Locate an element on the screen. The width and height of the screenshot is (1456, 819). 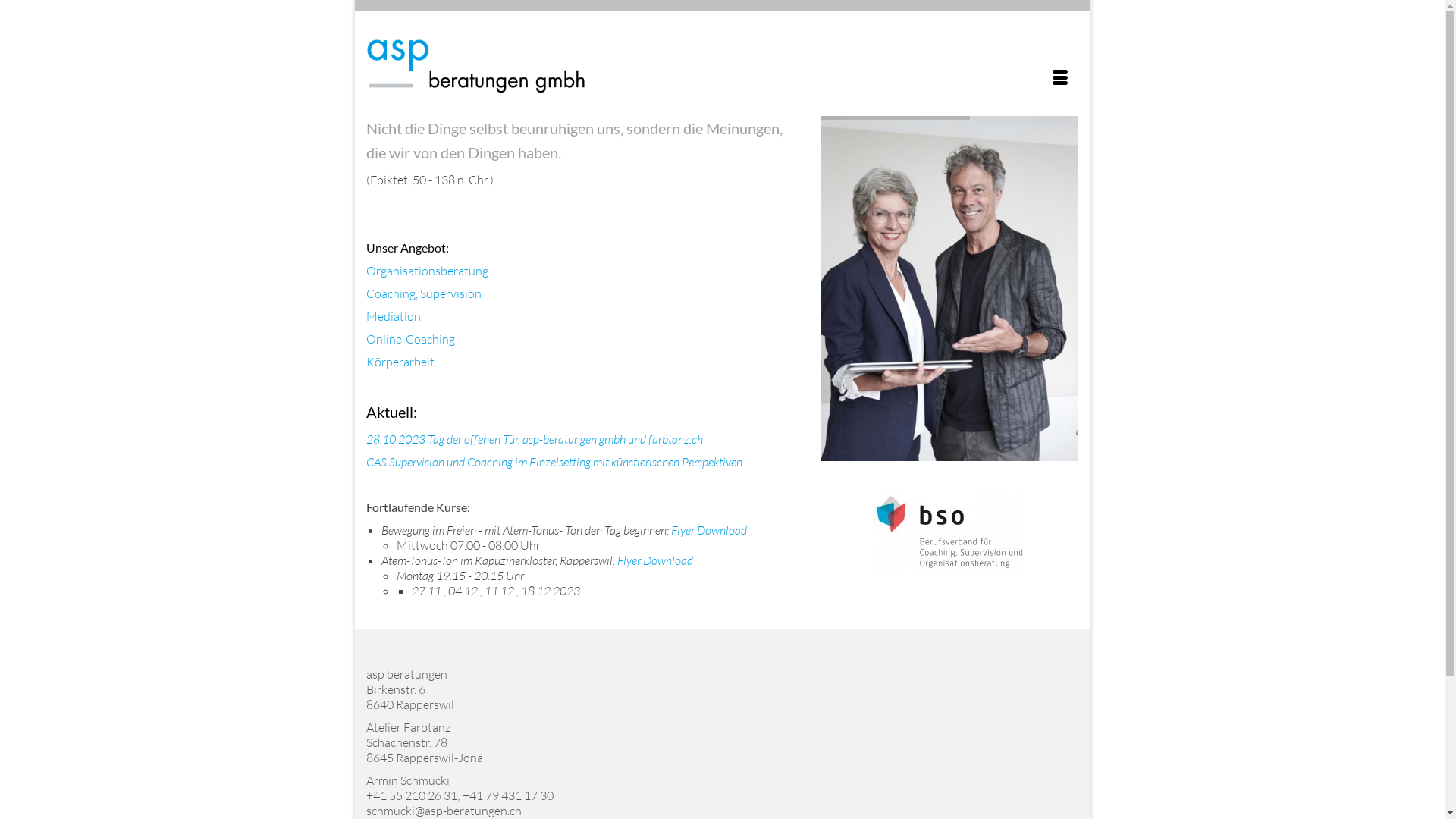
'Coaching,' is located at coordinates (391, 293).